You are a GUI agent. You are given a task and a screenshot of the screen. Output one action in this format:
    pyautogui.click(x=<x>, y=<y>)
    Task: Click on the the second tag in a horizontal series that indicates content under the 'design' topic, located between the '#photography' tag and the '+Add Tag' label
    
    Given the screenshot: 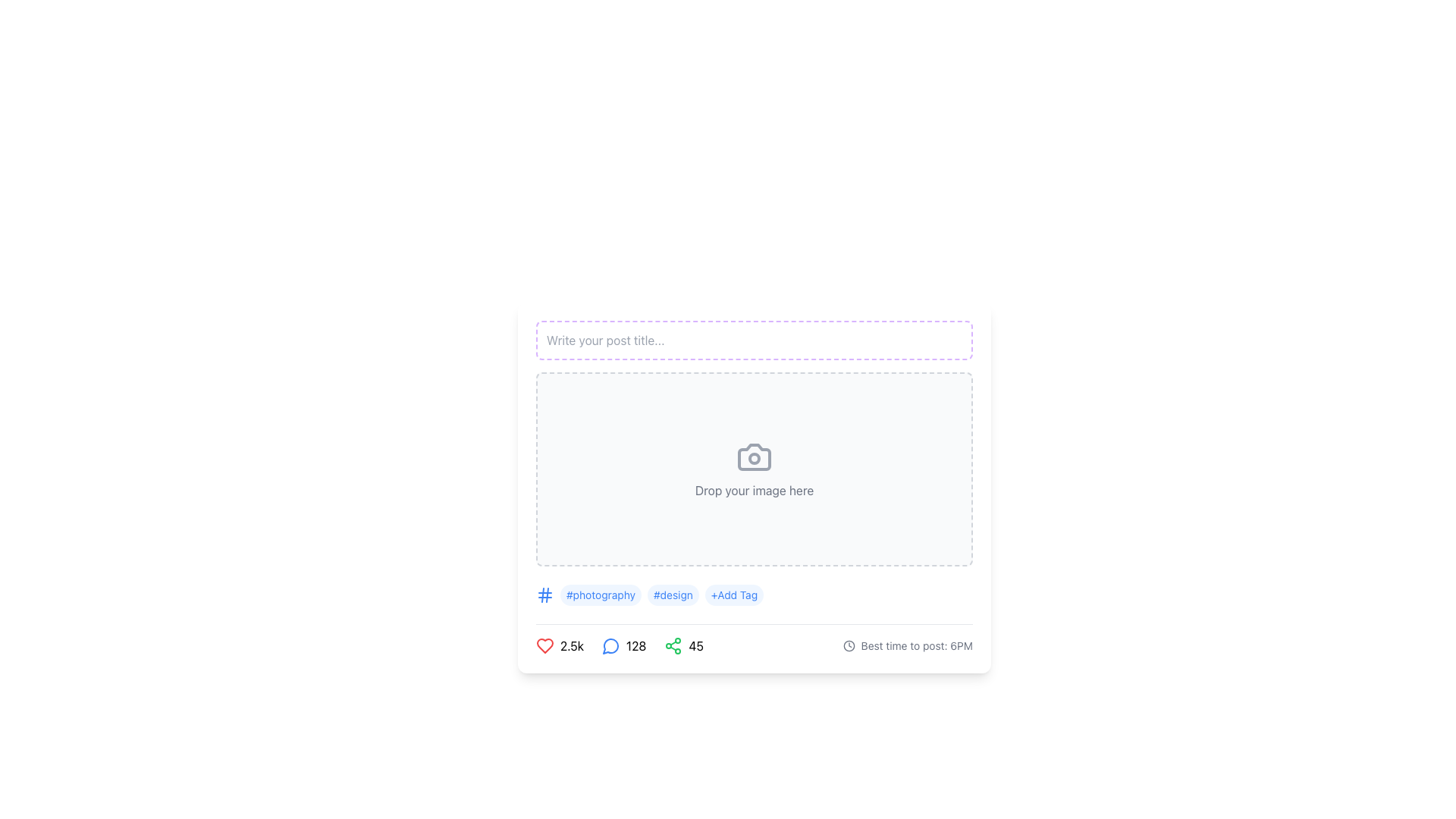 What is the action you would take?
    pyautogui.click(x=673, y=595)
    